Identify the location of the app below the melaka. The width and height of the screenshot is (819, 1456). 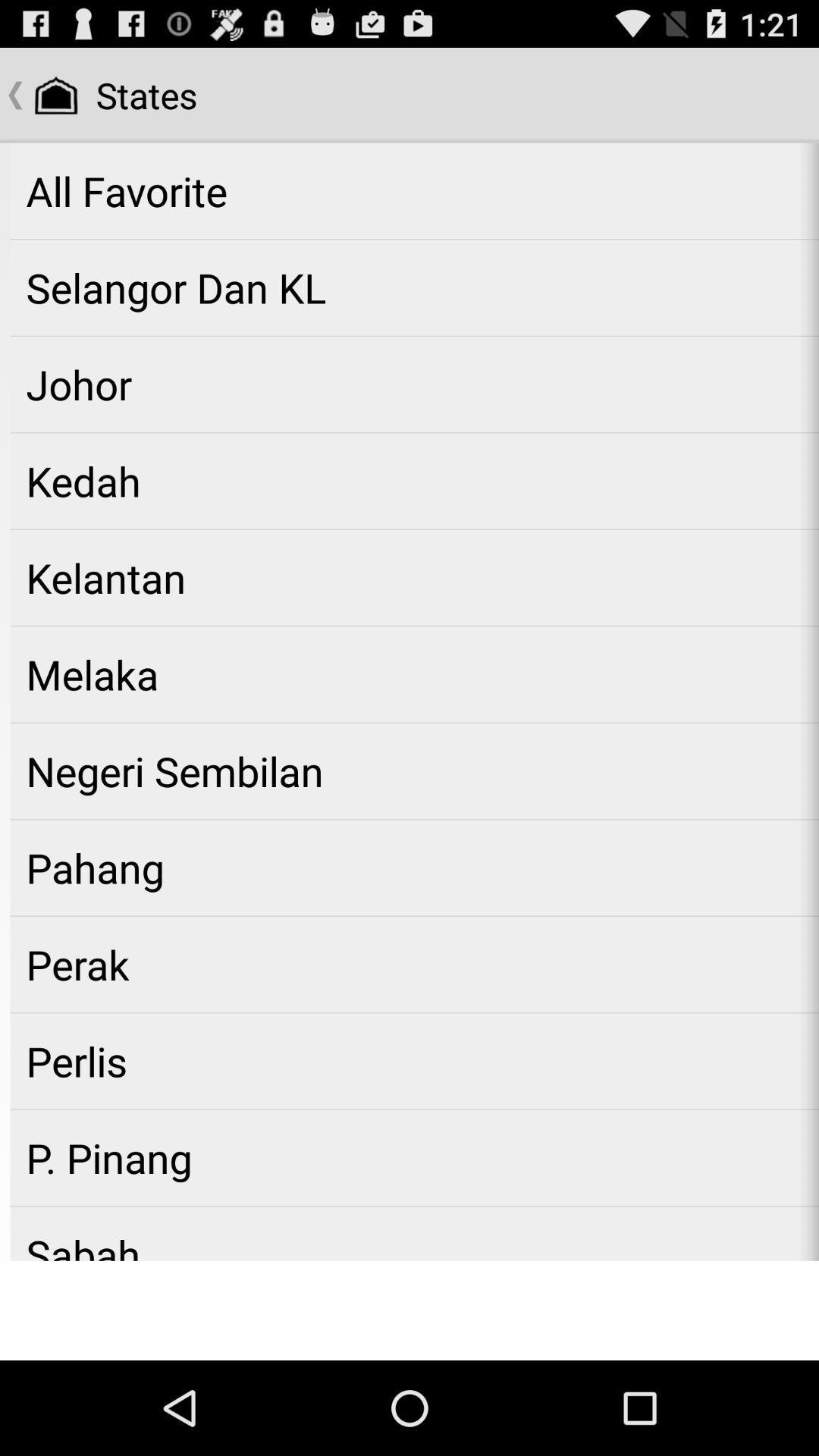
(414, 771).